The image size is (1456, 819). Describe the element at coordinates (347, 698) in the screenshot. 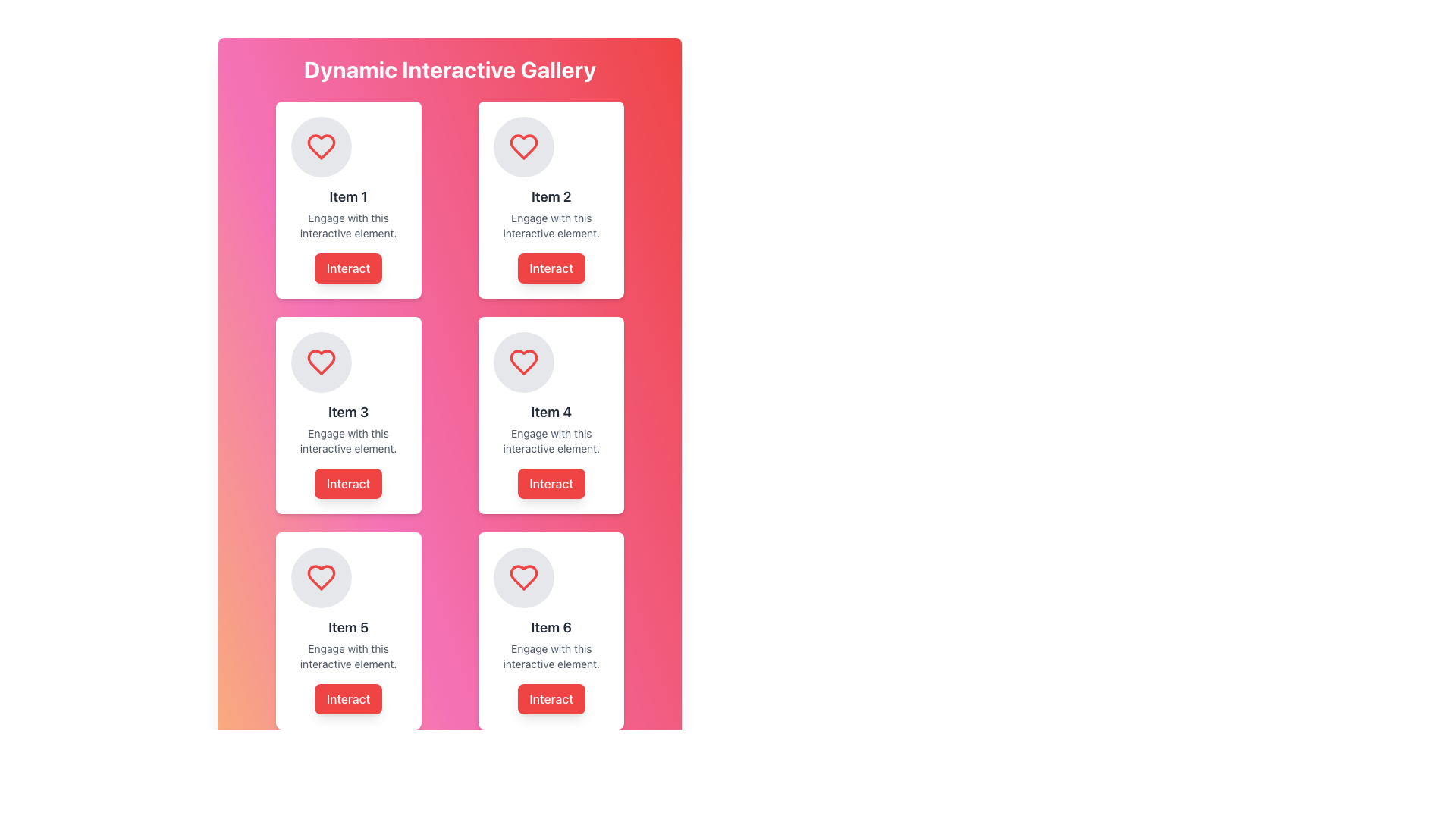

I see `the vibrant red 'Interact' button with rounded corners located at the bottom of the card labeled 'Item 5'` at that location.